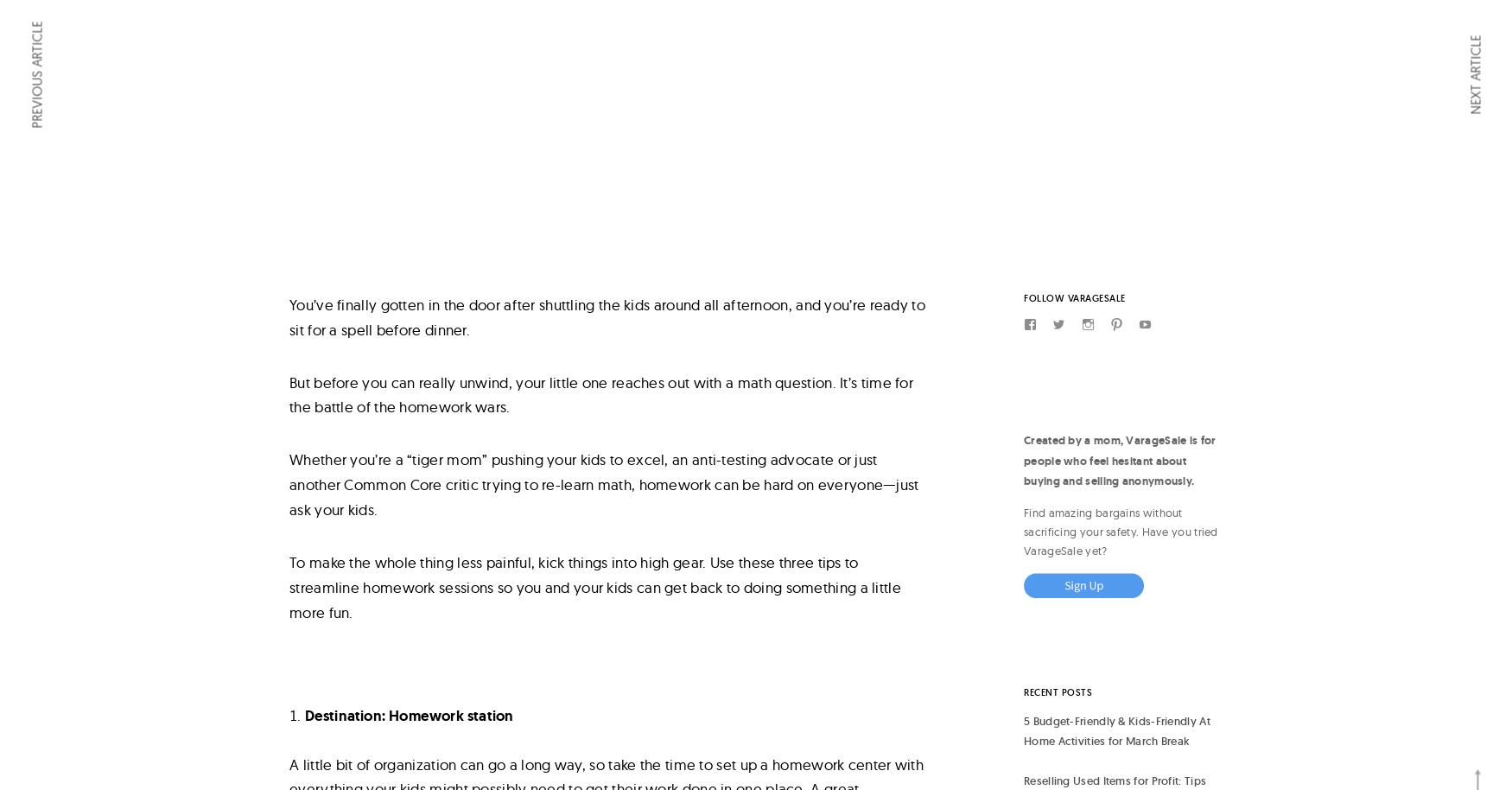 Image resolution: width=1512 pixels, height=790 pixels. Describe the element at coordinates (607, 315) in the screenshot. I see `'You’ve finally gotten in the door after shuttling the kids around all afternoon, and you’re ready to sit for a spell before dinner.'` at that location.